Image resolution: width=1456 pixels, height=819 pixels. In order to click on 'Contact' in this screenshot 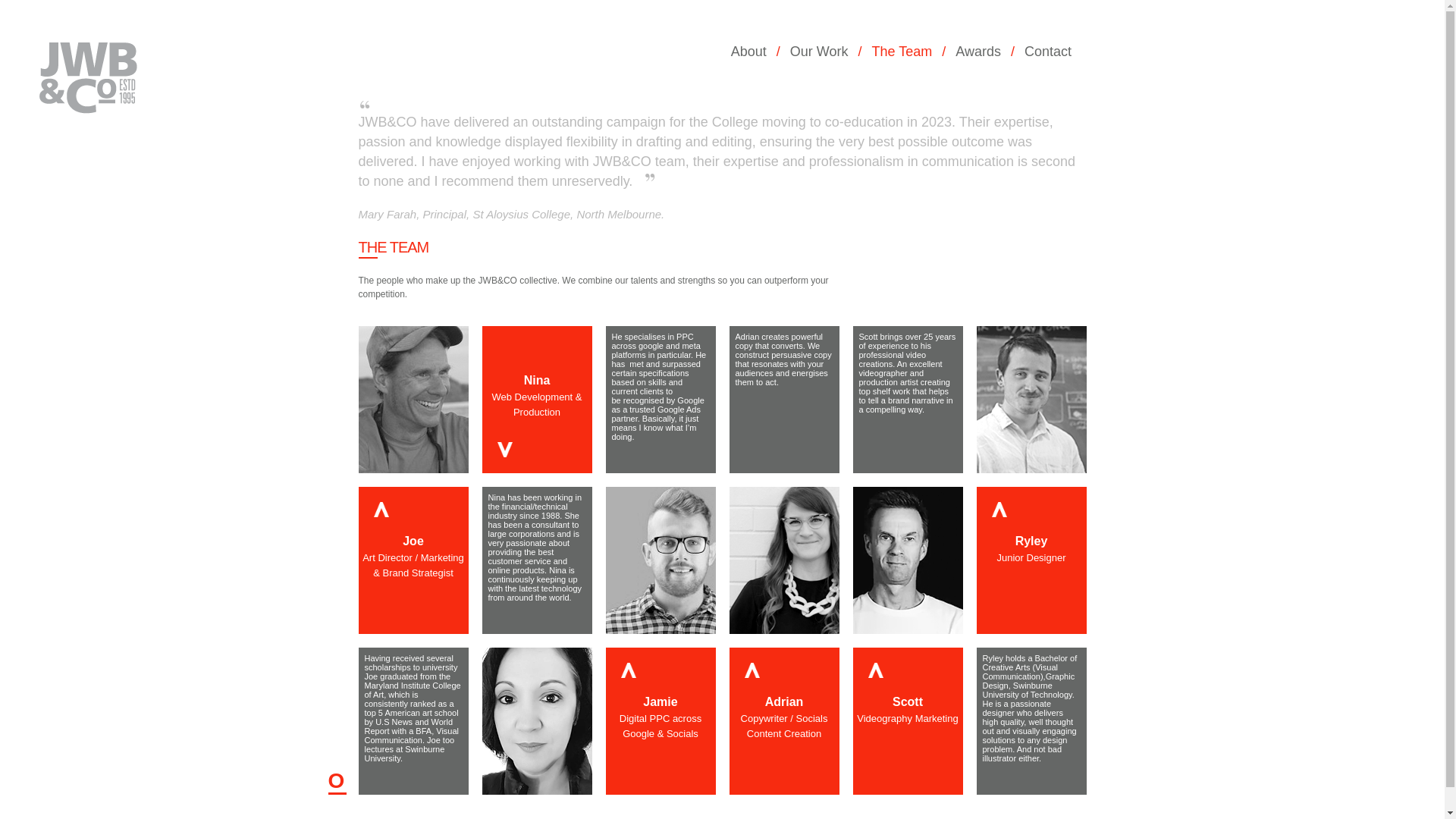, I will do `click(1024, 51)`.